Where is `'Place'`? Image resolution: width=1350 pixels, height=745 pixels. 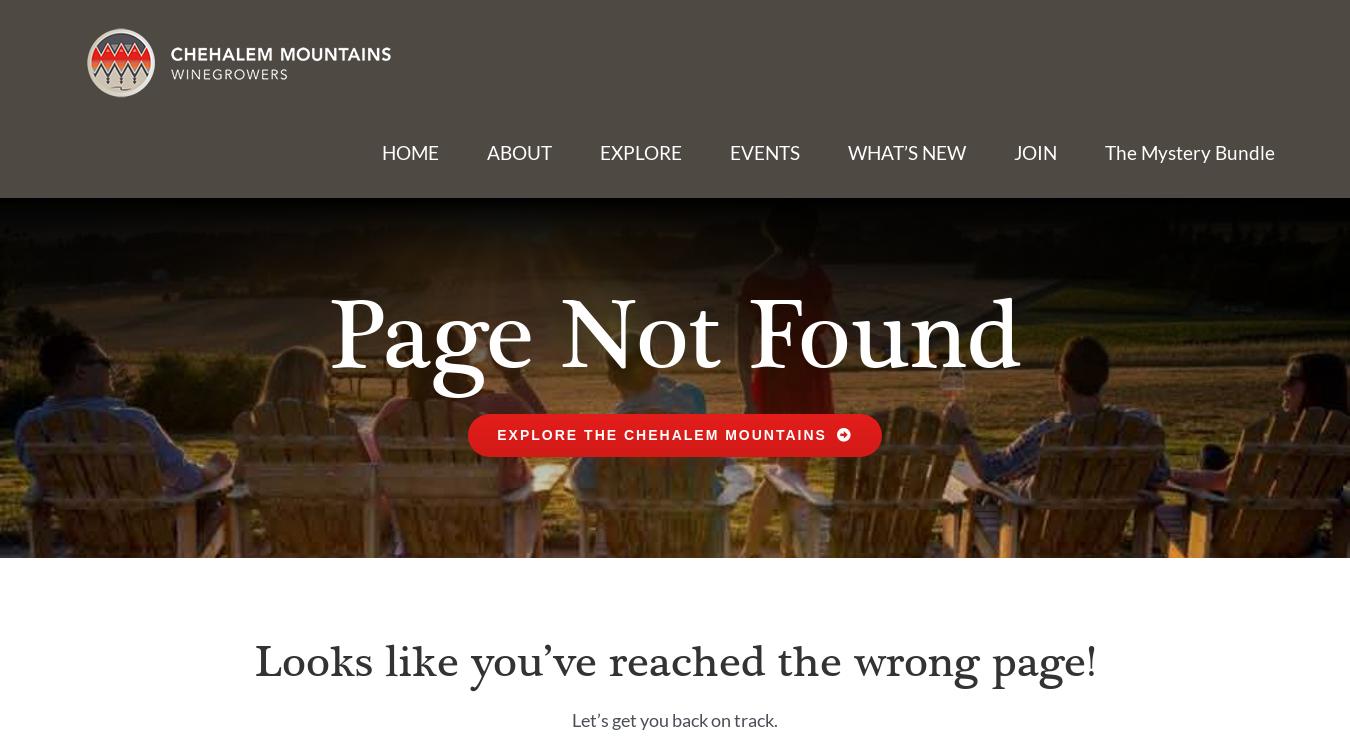 'Place' is located at coordinates (524, 266).